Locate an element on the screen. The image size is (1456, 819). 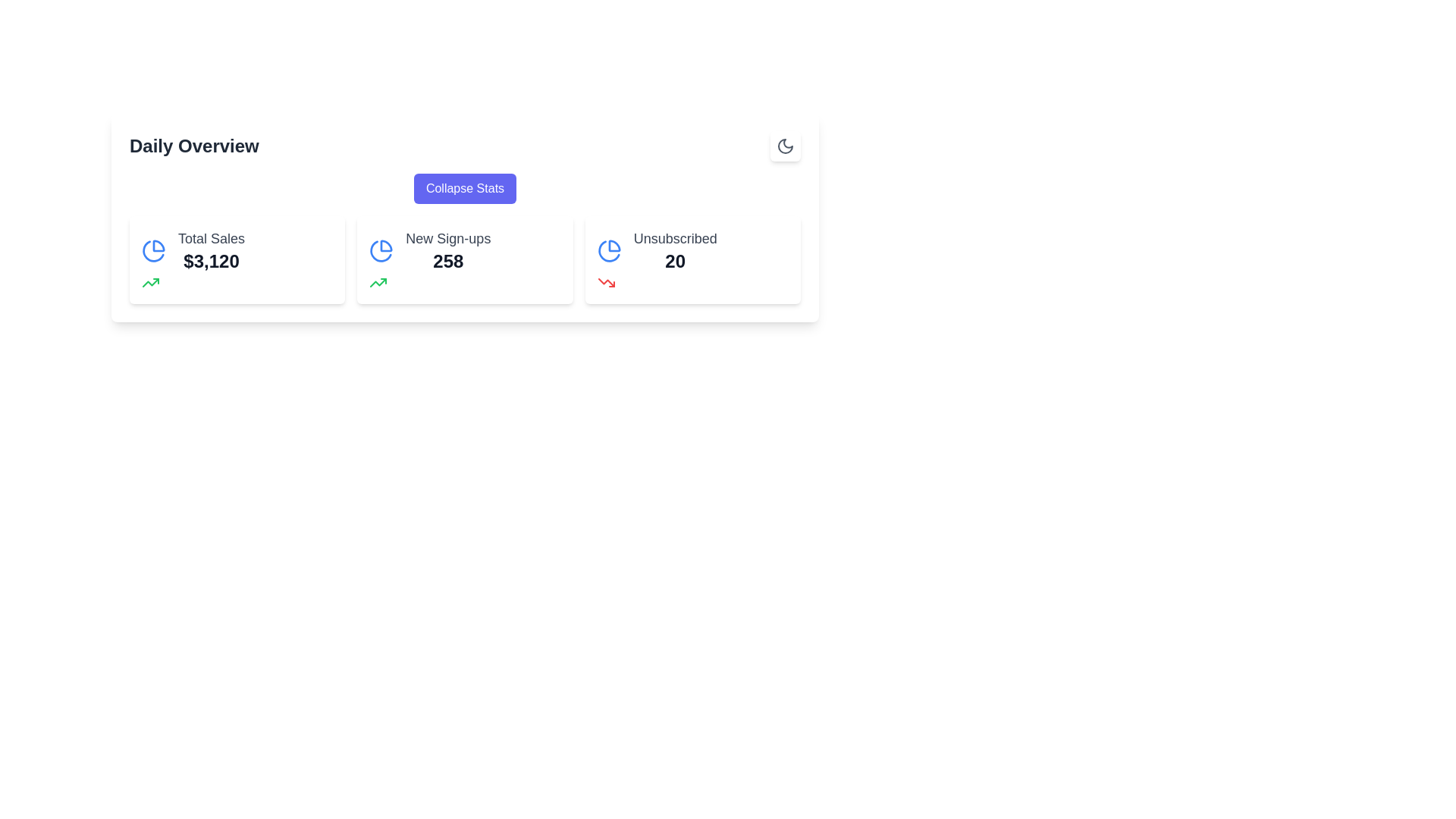
the bold text label displaying the number '20' located below the 'Unsubscribed' label in the rightmost information card of the Daily Overview statistics is located at coordinates (674, 260).